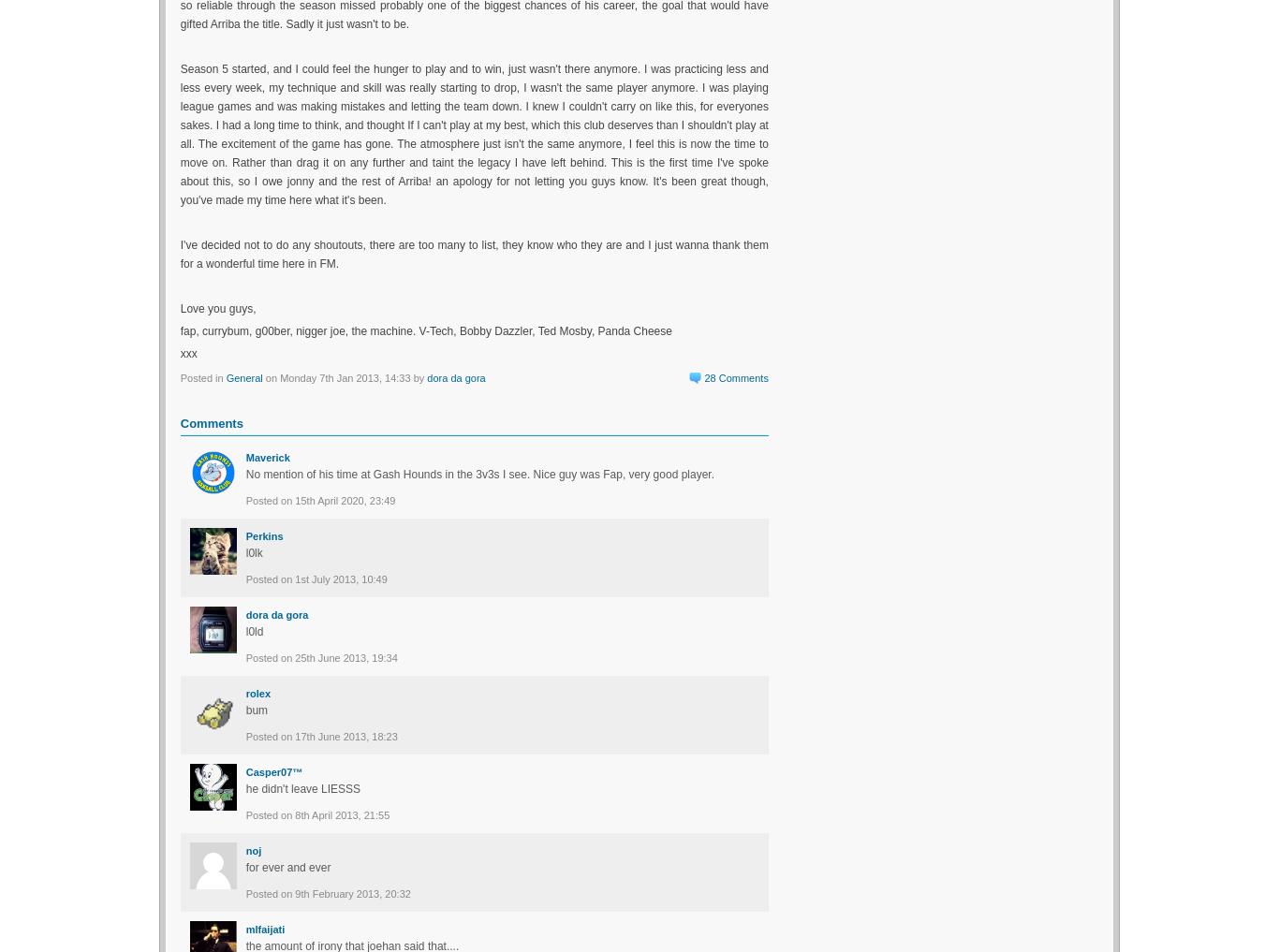 The width and height of the screenshot is (1279, 952). Describe the element at coordinates (244, 631) in the screenshot. I see `'l0ld'` at that location.